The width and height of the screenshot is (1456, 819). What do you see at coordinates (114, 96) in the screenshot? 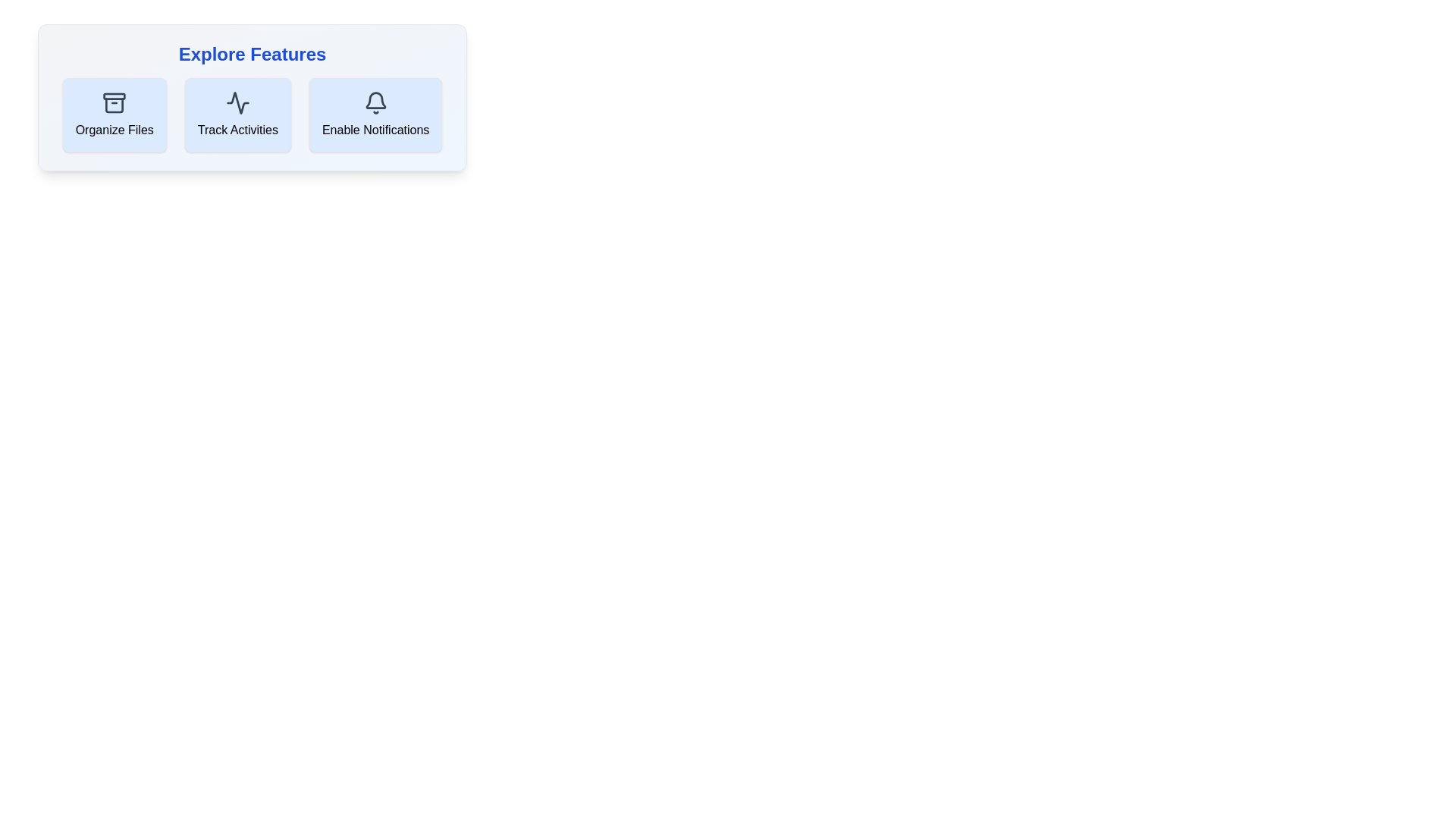
I see `the decorative SVG shape, a rectangular bar with rounded edges, located at the top section of the file storage archive icon` at bounding box center [114, 96].